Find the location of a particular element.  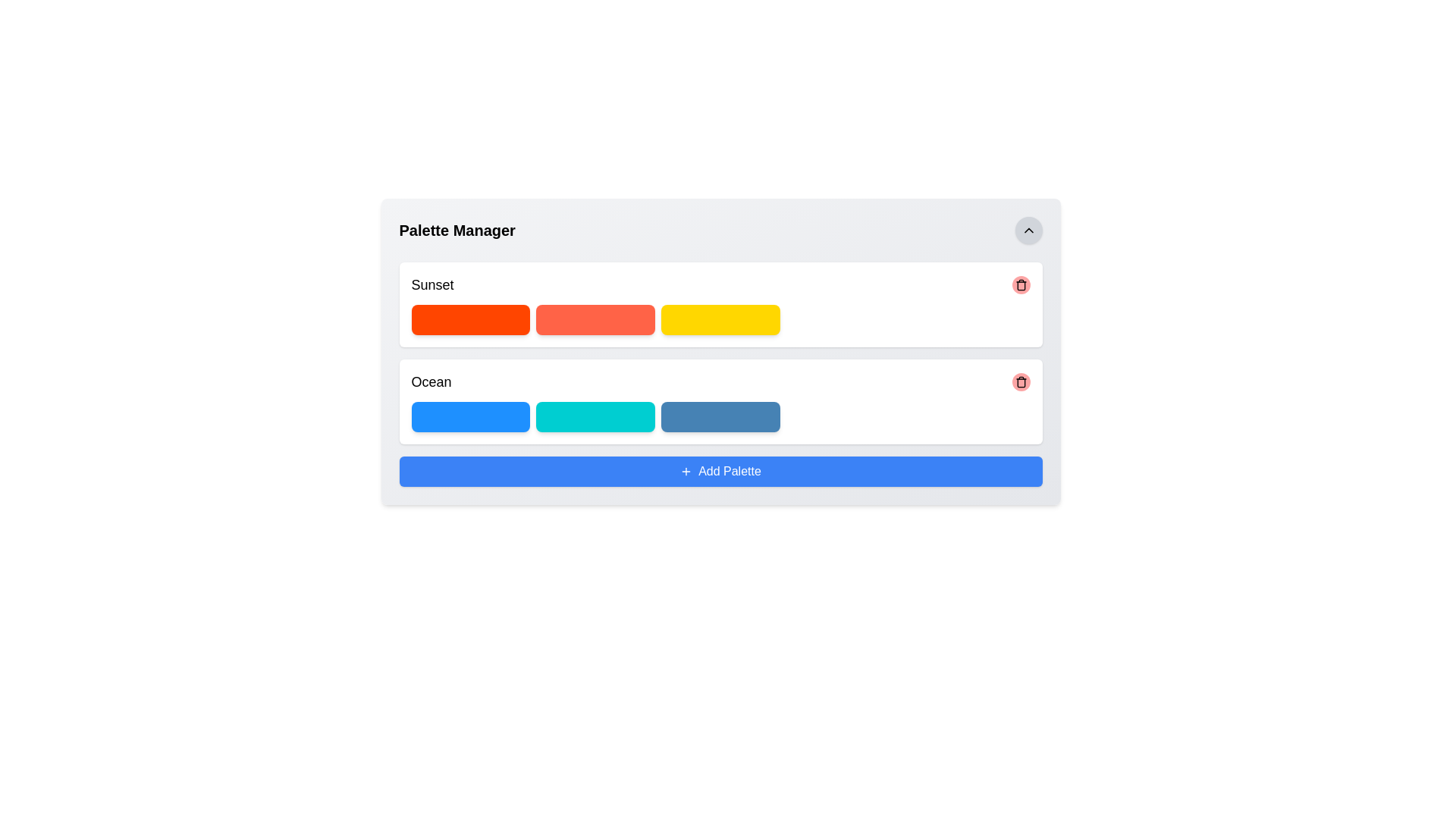

the bright blue rectangular block with rounded corners and shadow effect, labeled 'Ocean' is located at coordinates (469, 417).